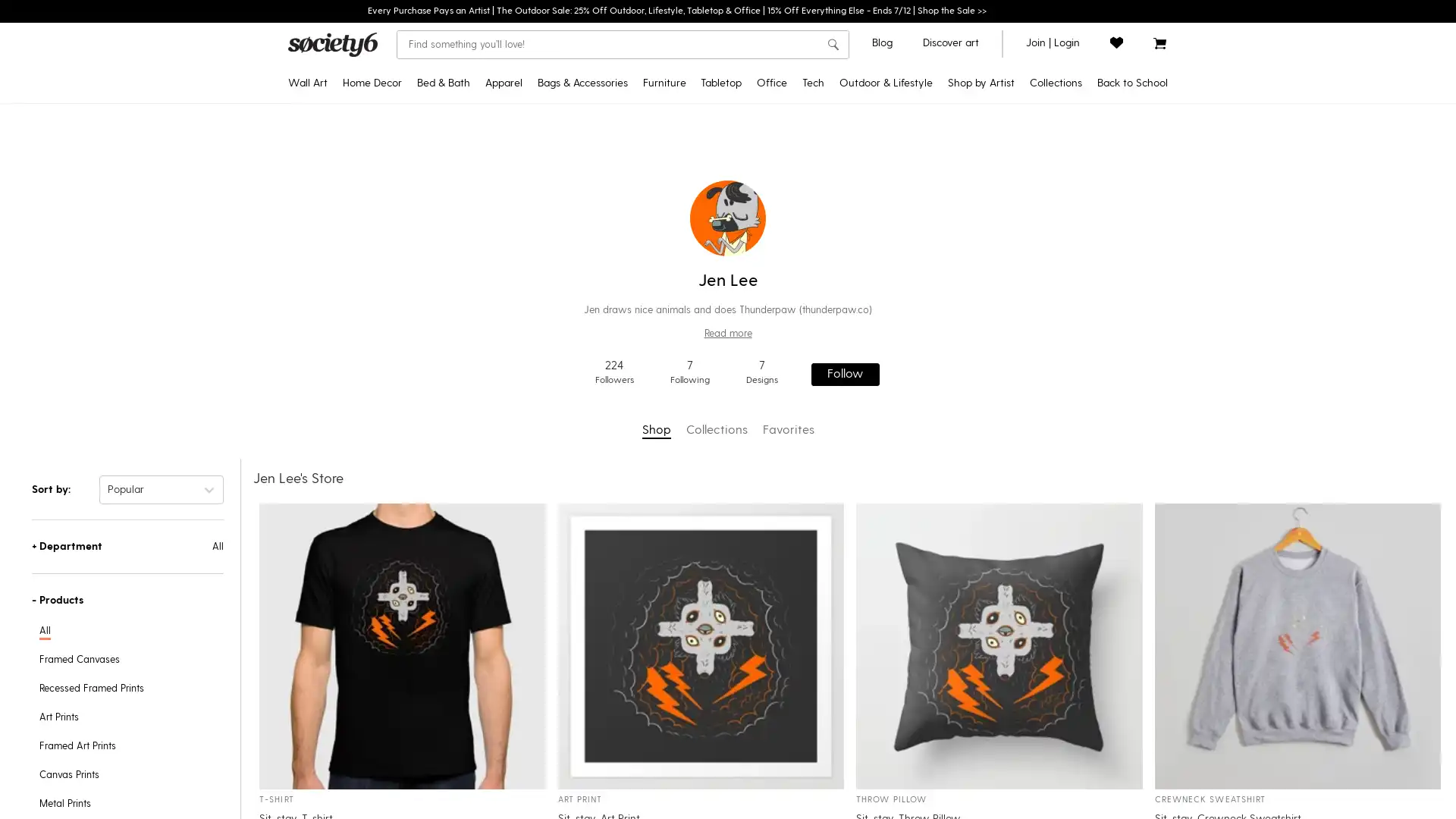 This screenshot has width=1456, height=819. What do you see at coordinates (356, 170) in the screenshot?
I see `Recessed Framed Prints` at bounding box center [356, 170].